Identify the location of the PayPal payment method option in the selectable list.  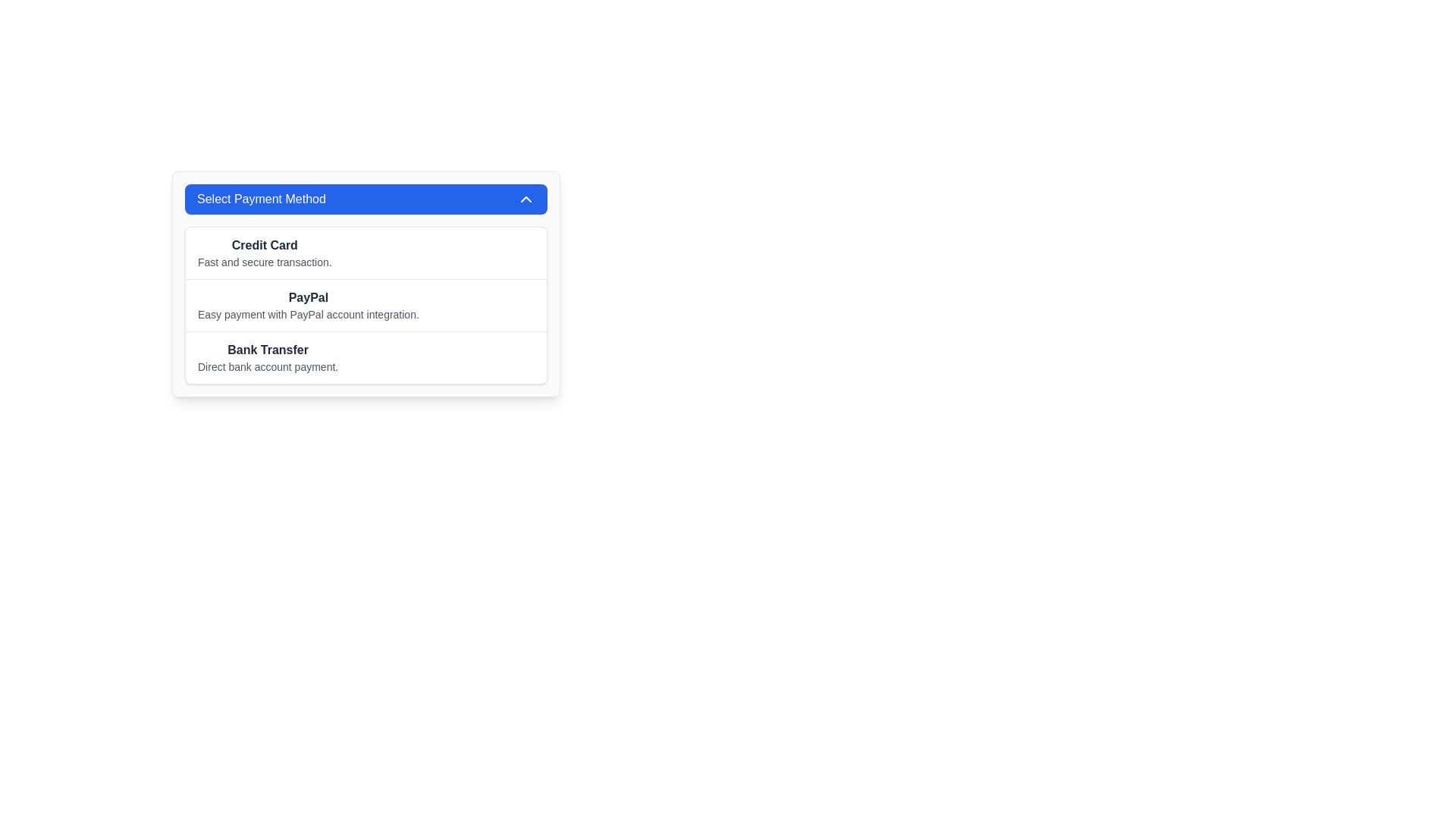
(366, 305).